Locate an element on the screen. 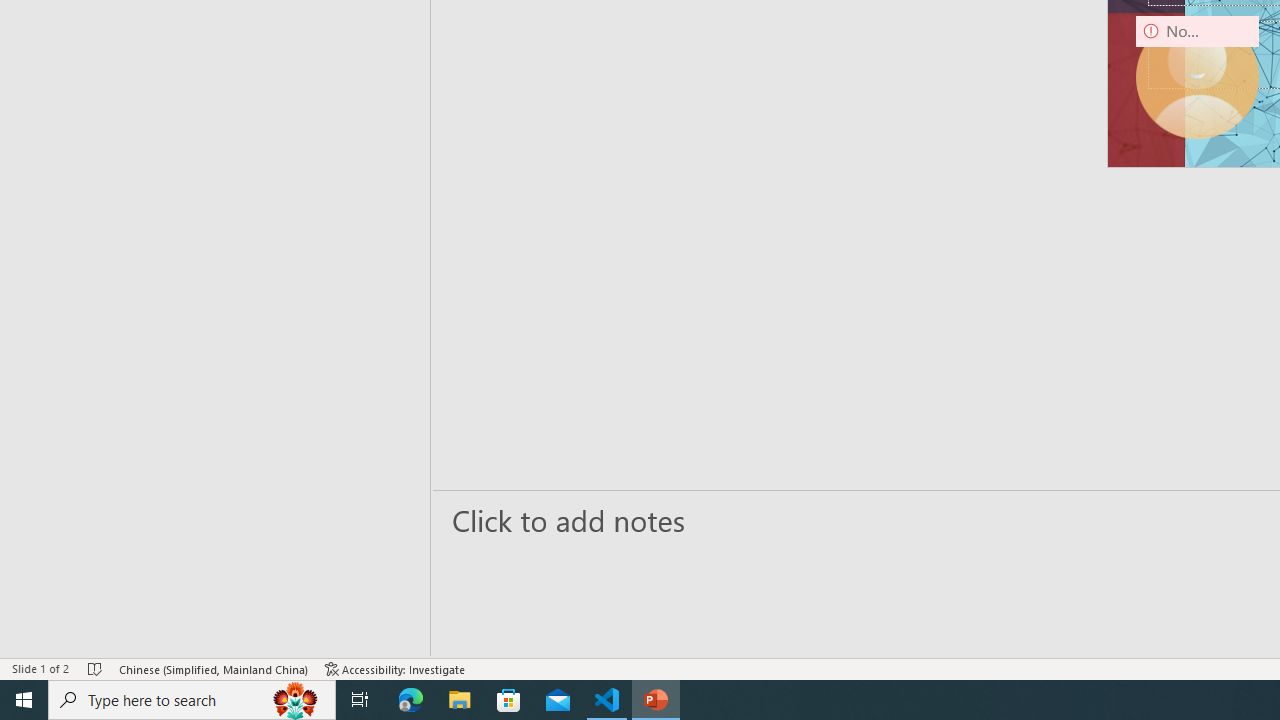  'PowerPoint - 1 running window' is located at coordinates (656, 698).